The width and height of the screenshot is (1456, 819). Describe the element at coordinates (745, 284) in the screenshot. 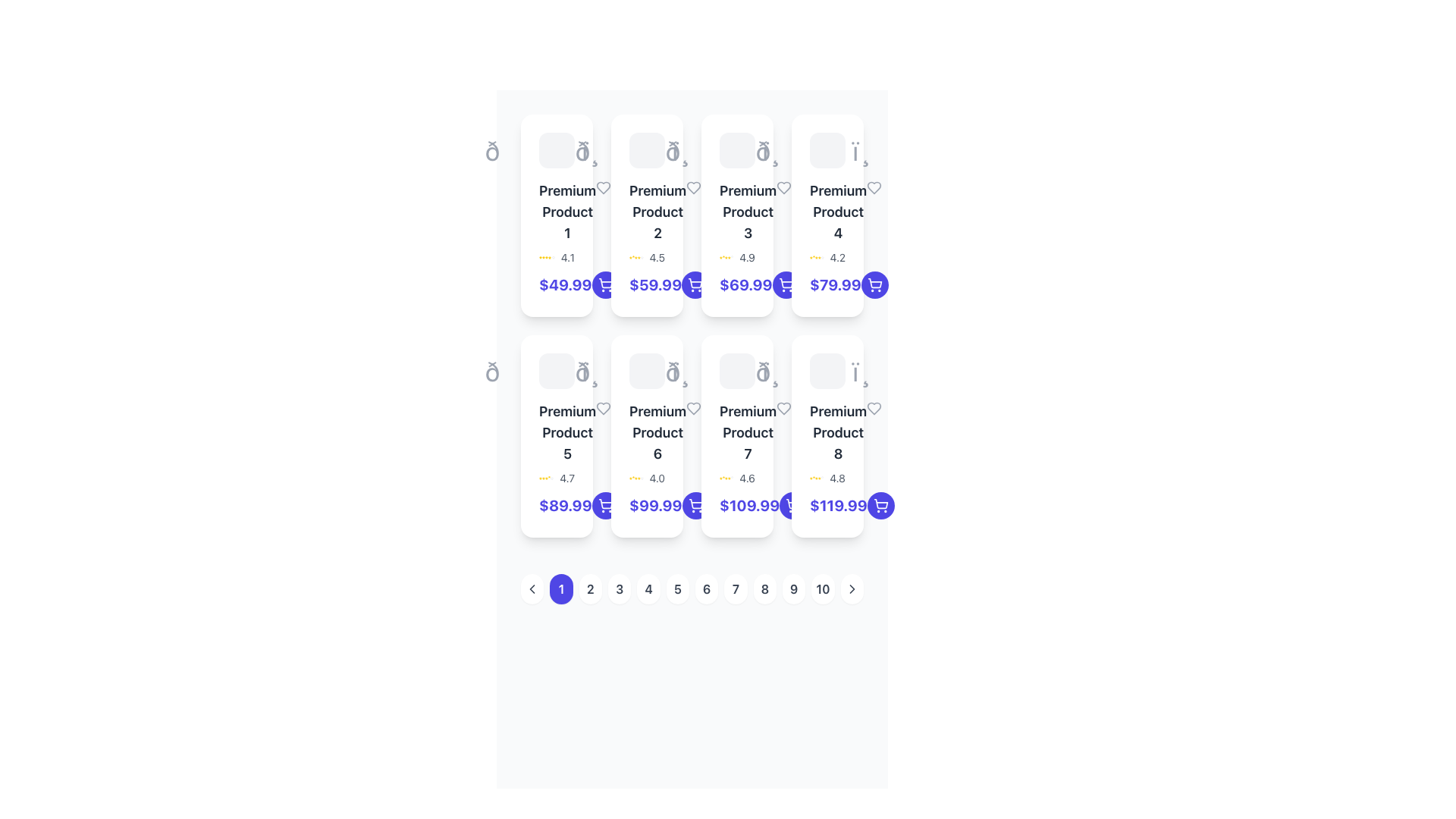

I see `the displayed price '$69.99' in the bold, indigo-colored font located beneath the product name 'Premium Product 3' in the third product card of the top row` at that location.